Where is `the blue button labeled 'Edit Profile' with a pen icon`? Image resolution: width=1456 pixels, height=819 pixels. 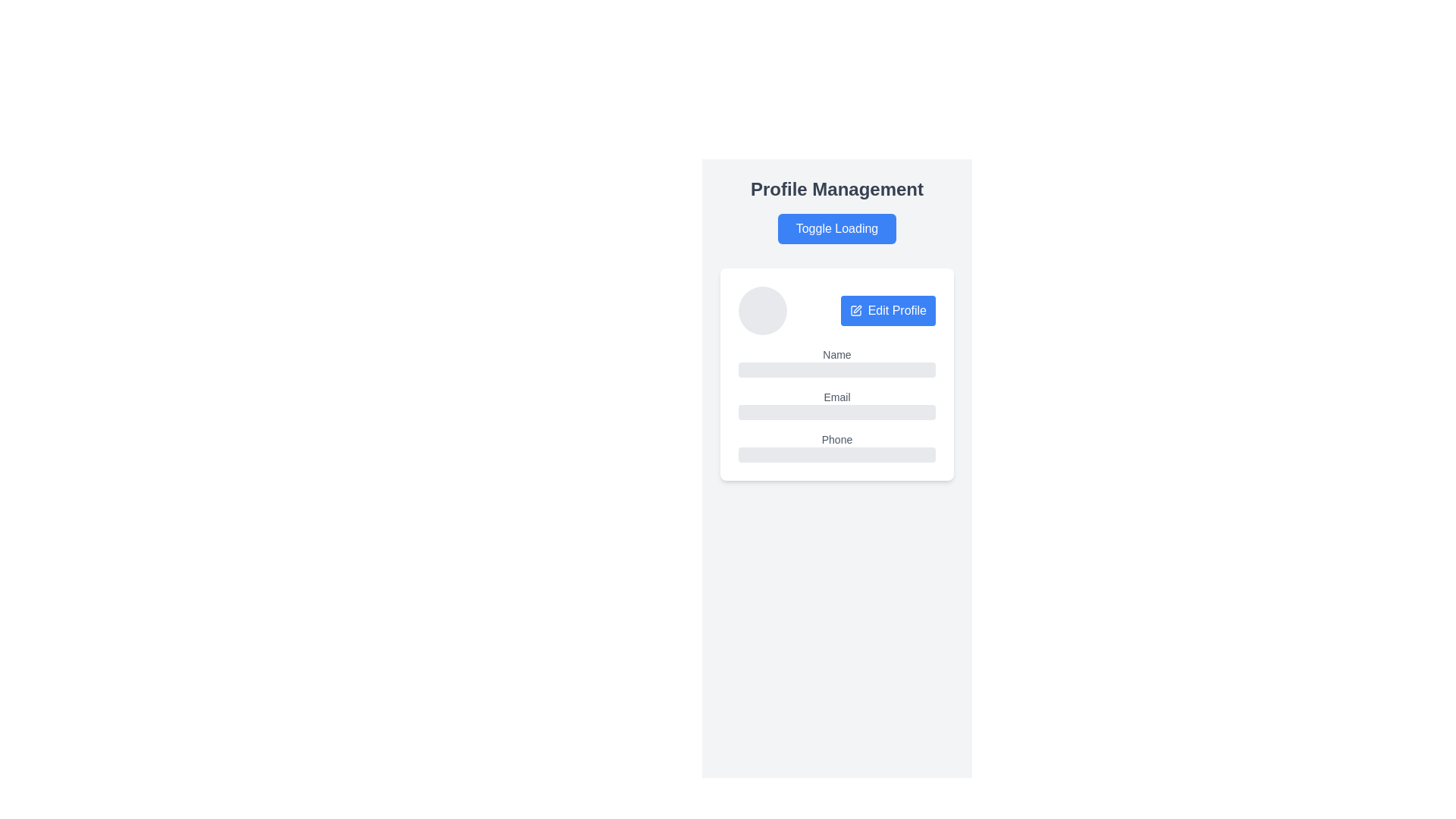 the blue button labeled 'Edit Profile' with a pen icon is located at coordinates (836, 309).